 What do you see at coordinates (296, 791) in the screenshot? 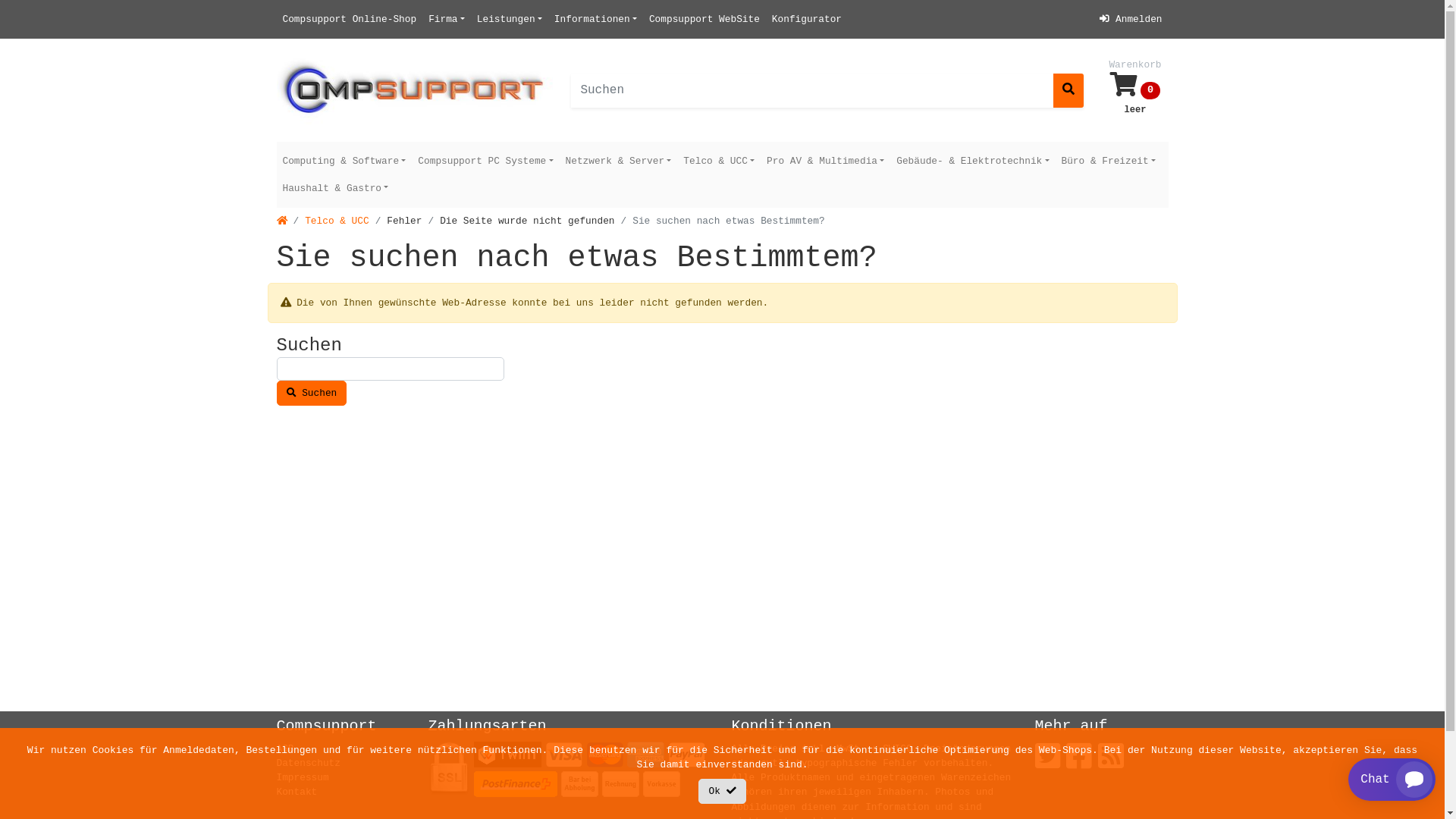
I see `'Kontakt'` at bounding box center [296, 791].